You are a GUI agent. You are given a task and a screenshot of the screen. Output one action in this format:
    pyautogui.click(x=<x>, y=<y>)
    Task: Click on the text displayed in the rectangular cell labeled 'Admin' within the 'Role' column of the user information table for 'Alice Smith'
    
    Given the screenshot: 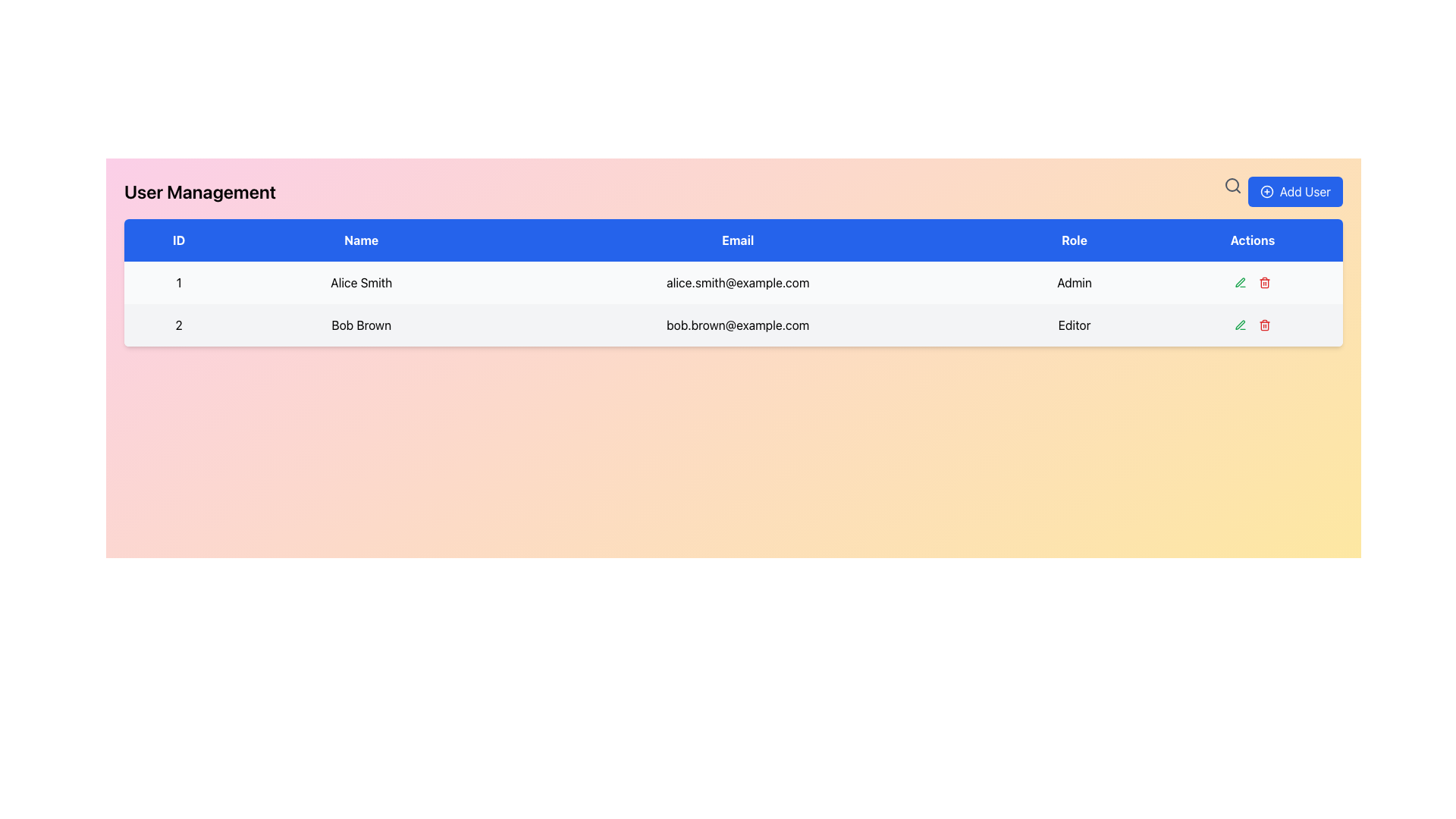 What is the action you would take?
    pyautogui.click(x=1073, y=283)
    